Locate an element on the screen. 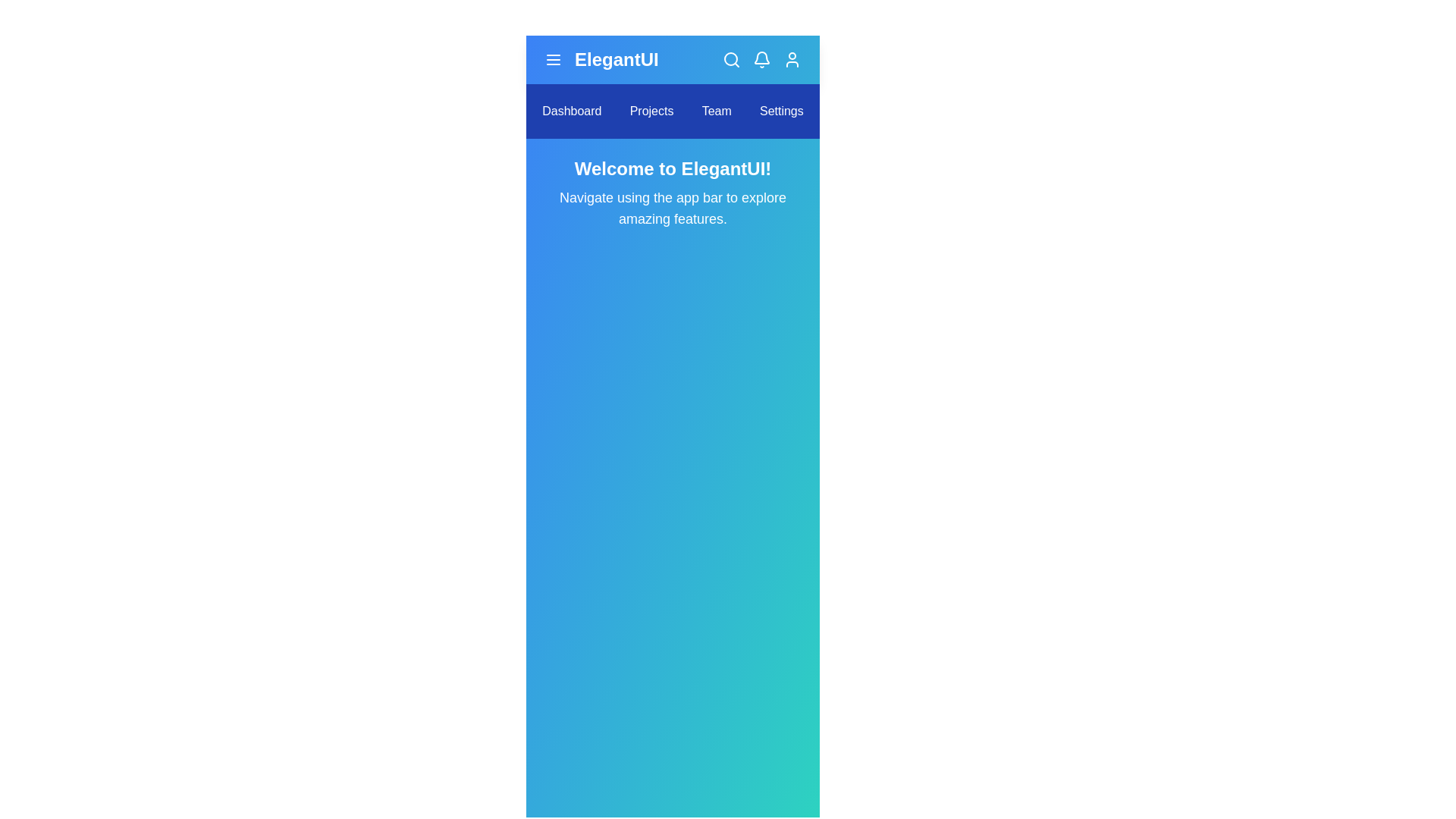 Image resolution: width=1456 pixels, height=819 pixels. the search icon in the app bar is located at coordinates (731, 58).